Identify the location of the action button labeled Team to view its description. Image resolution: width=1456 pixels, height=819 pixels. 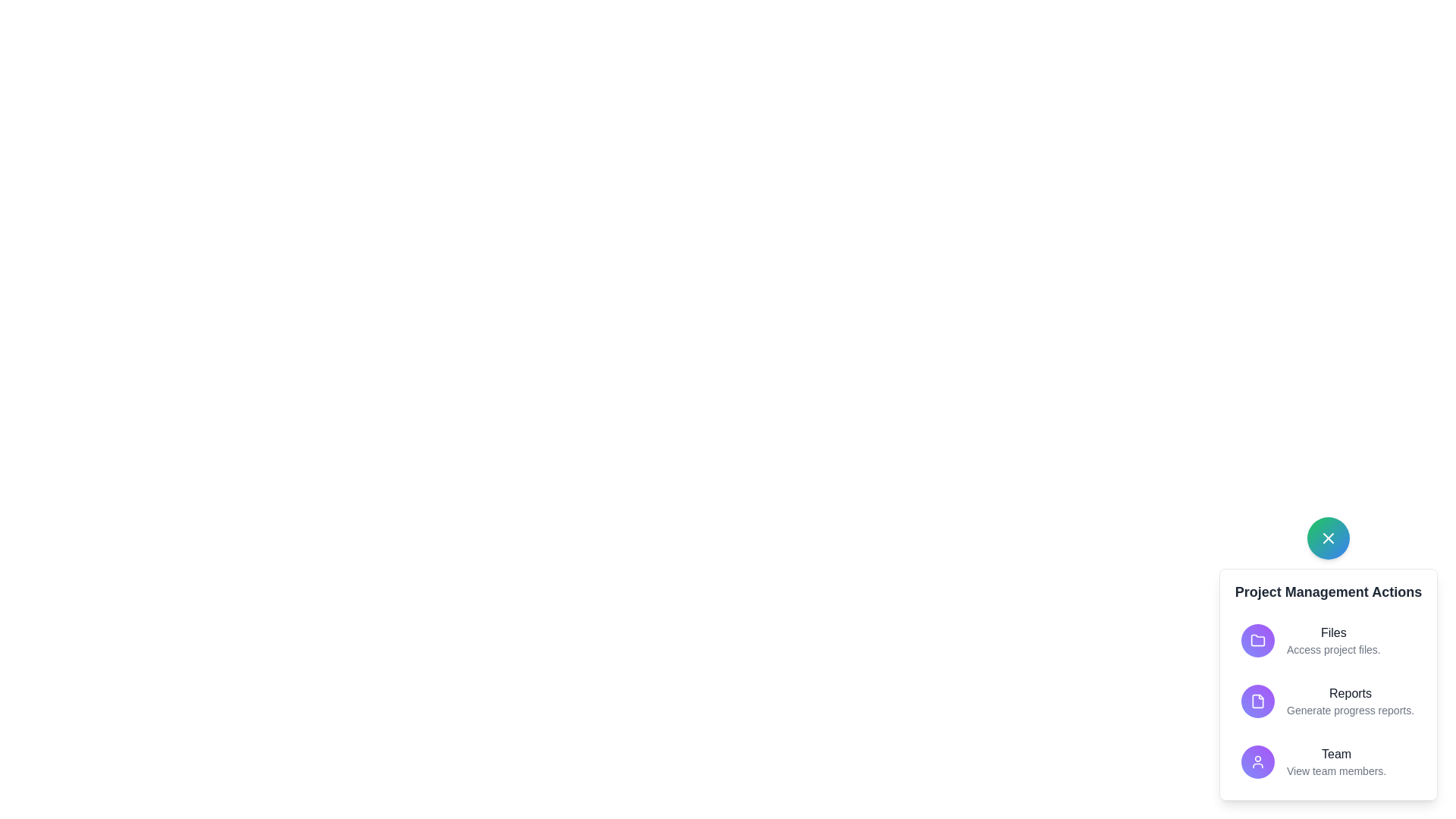
(1258, 762).